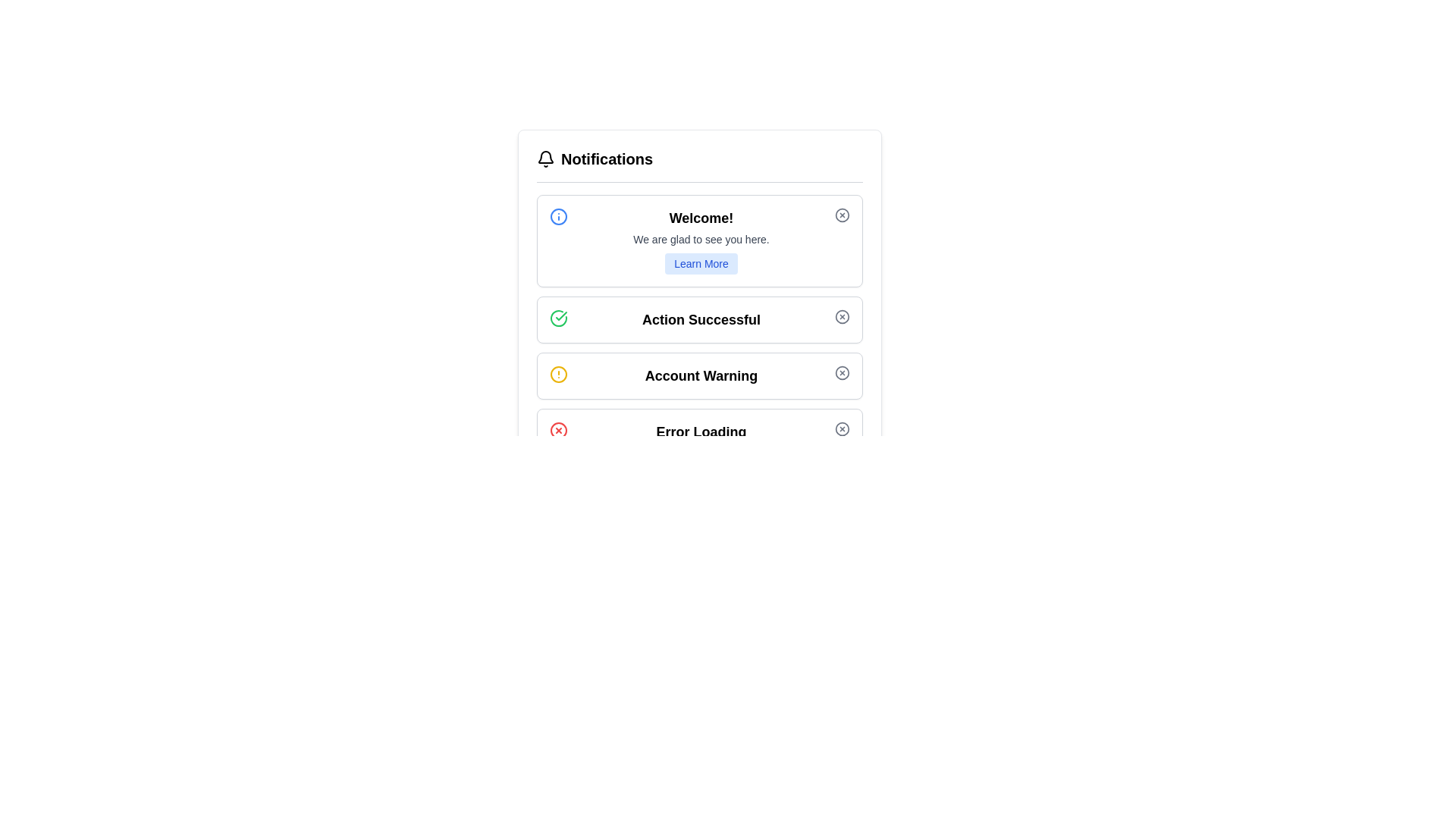 The height and width of the screenshot is (819, 1456). Describe the element at coordinates (701, 262) in the screenshot. I see `the 'Learn More' button-like hyperlink located within the 'Welcome!' notification block, directly below the subtext 'We are glad to see you here'` at that location.